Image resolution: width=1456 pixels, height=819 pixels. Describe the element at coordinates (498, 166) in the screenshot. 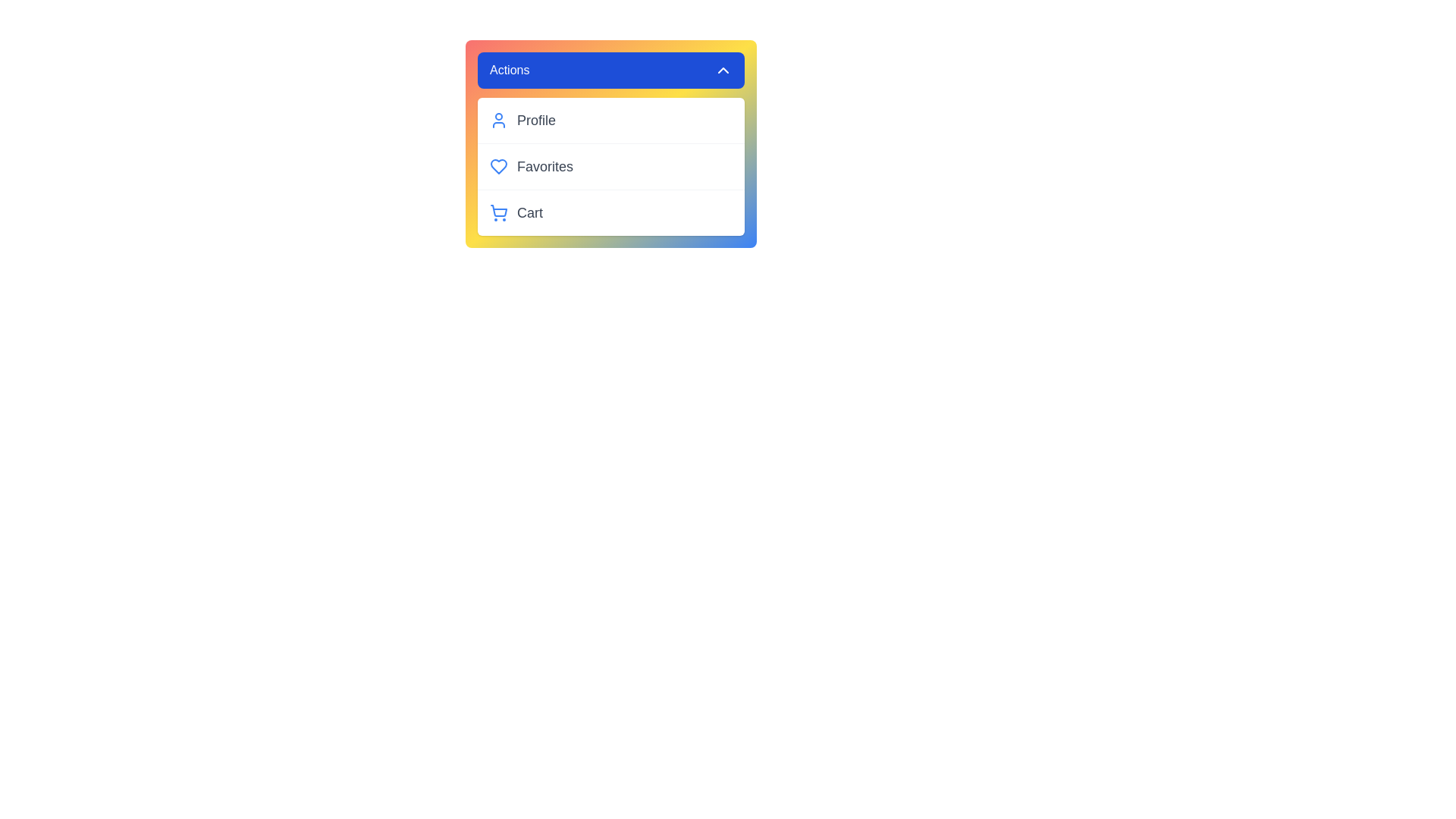

I see `the 'Favorites' icon located in the dropdown menu under 'Actions'` at that location.